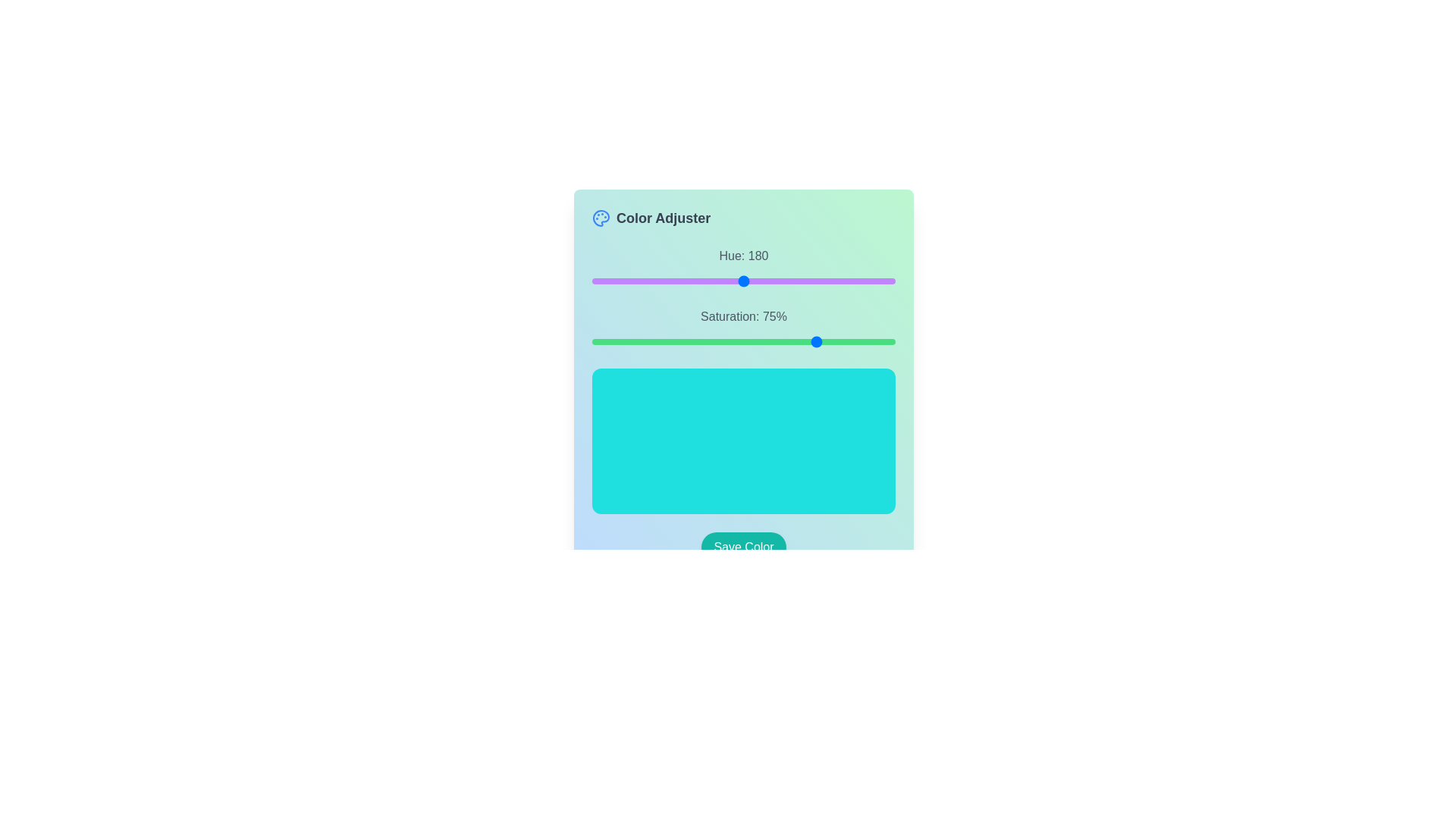  What do you see at coordinates (743, 281) in the screenshot?
I see `the hue slider located below the text 'Hue: 180' to set a specific hue value` at bounding box center [743, 281].